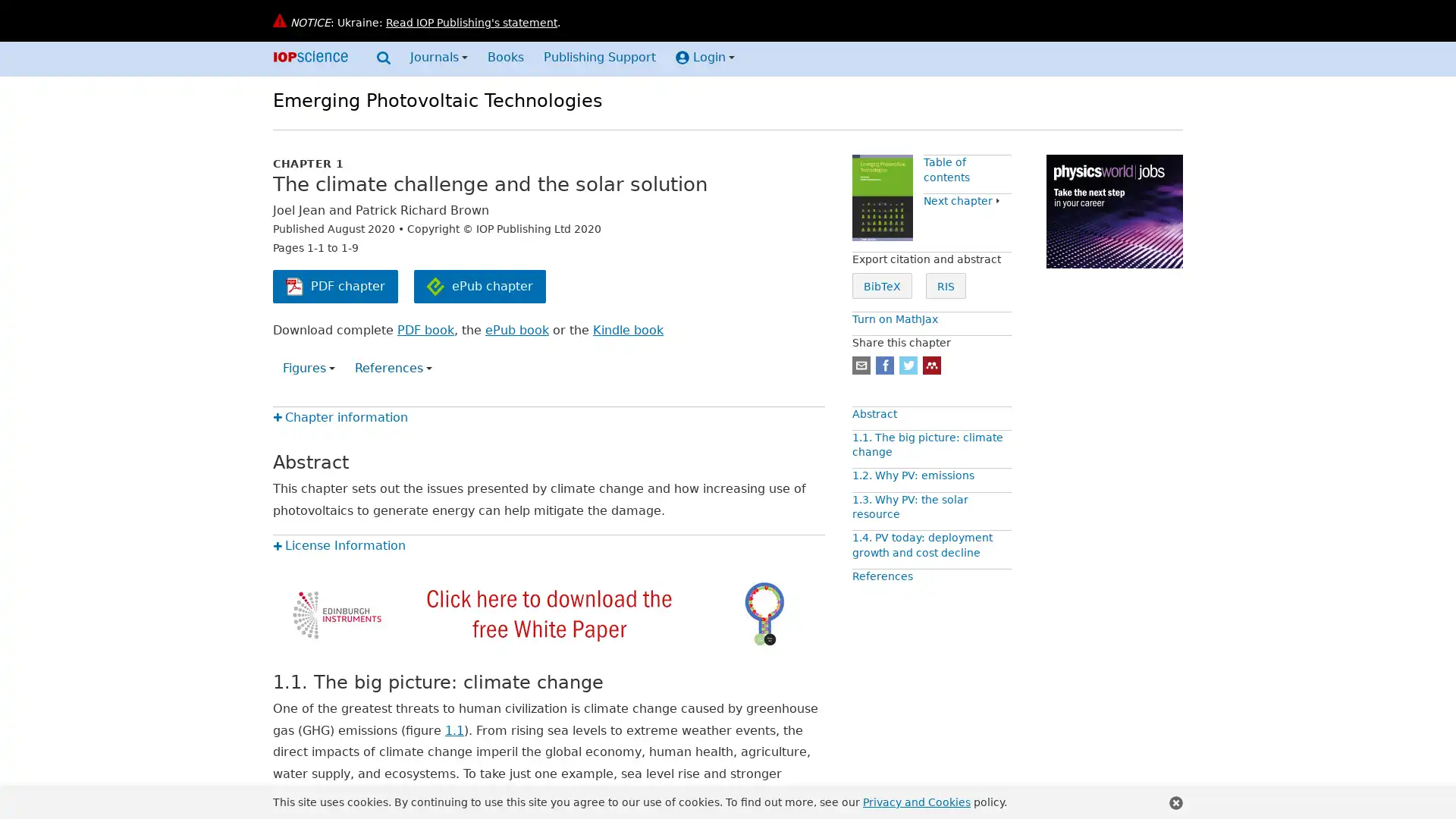 This screenshot has width=1456, height=819. I want to click on Search, so click(383, 60).